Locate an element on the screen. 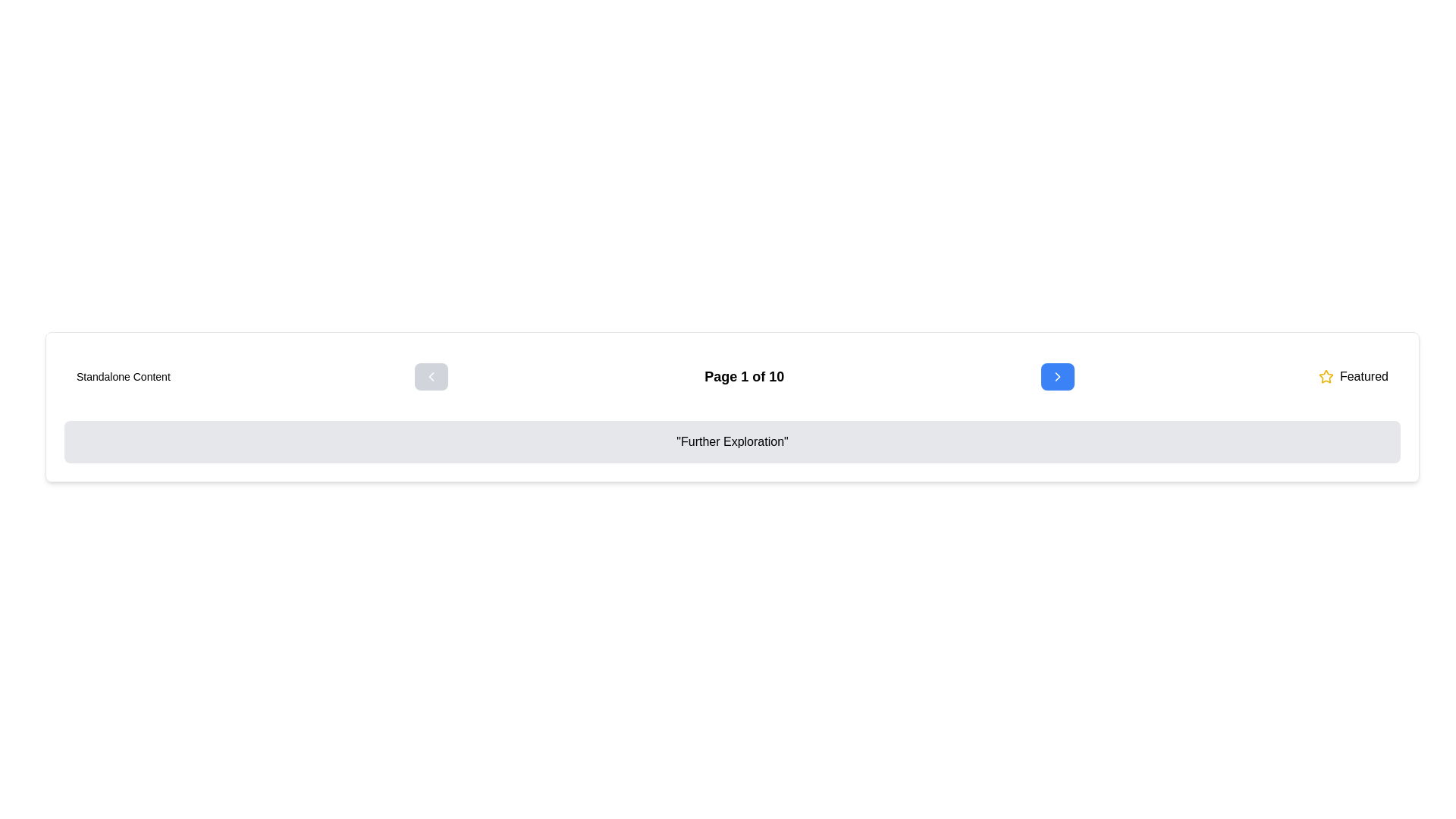 The height and width of the screenshot is (819, 1456). the text label that indicates the current page number and the total number of pages in the paginated series, located centrally between the left and right chevron icons is located at coordinates (744, 376).